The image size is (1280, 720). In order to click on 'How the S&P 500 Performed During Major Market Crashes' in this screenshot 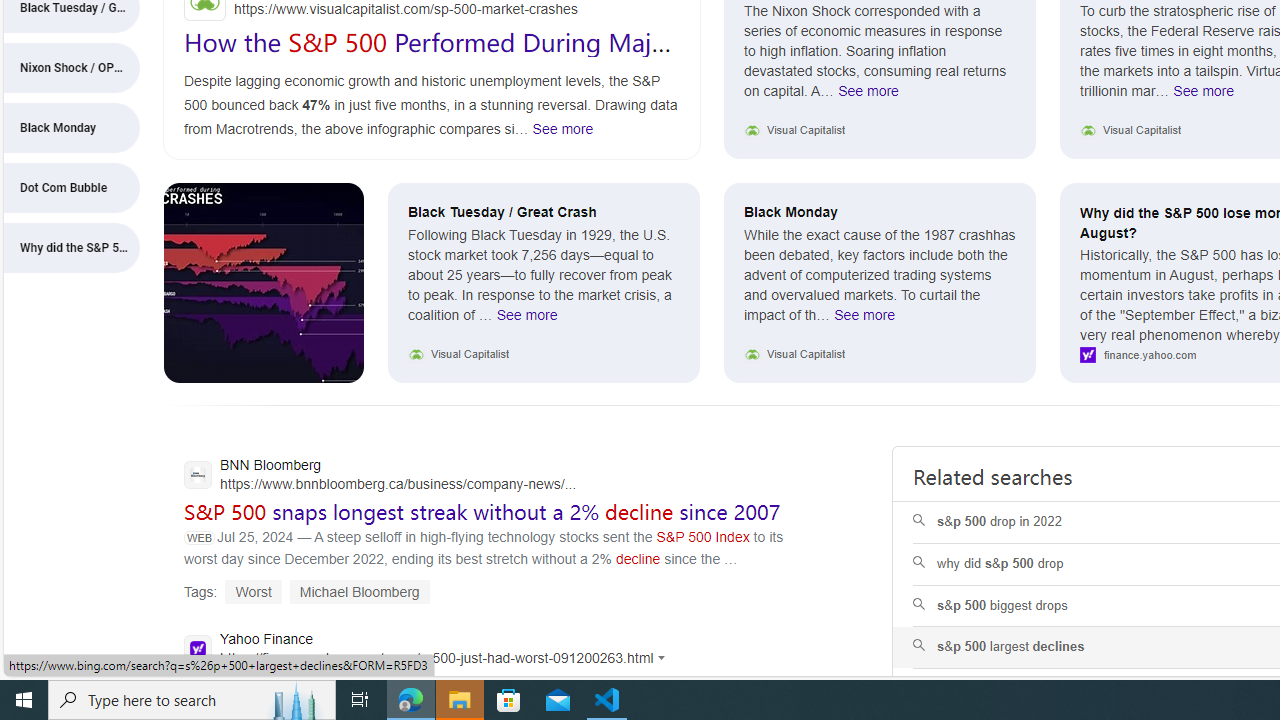, I will do `click(429, 55)`.